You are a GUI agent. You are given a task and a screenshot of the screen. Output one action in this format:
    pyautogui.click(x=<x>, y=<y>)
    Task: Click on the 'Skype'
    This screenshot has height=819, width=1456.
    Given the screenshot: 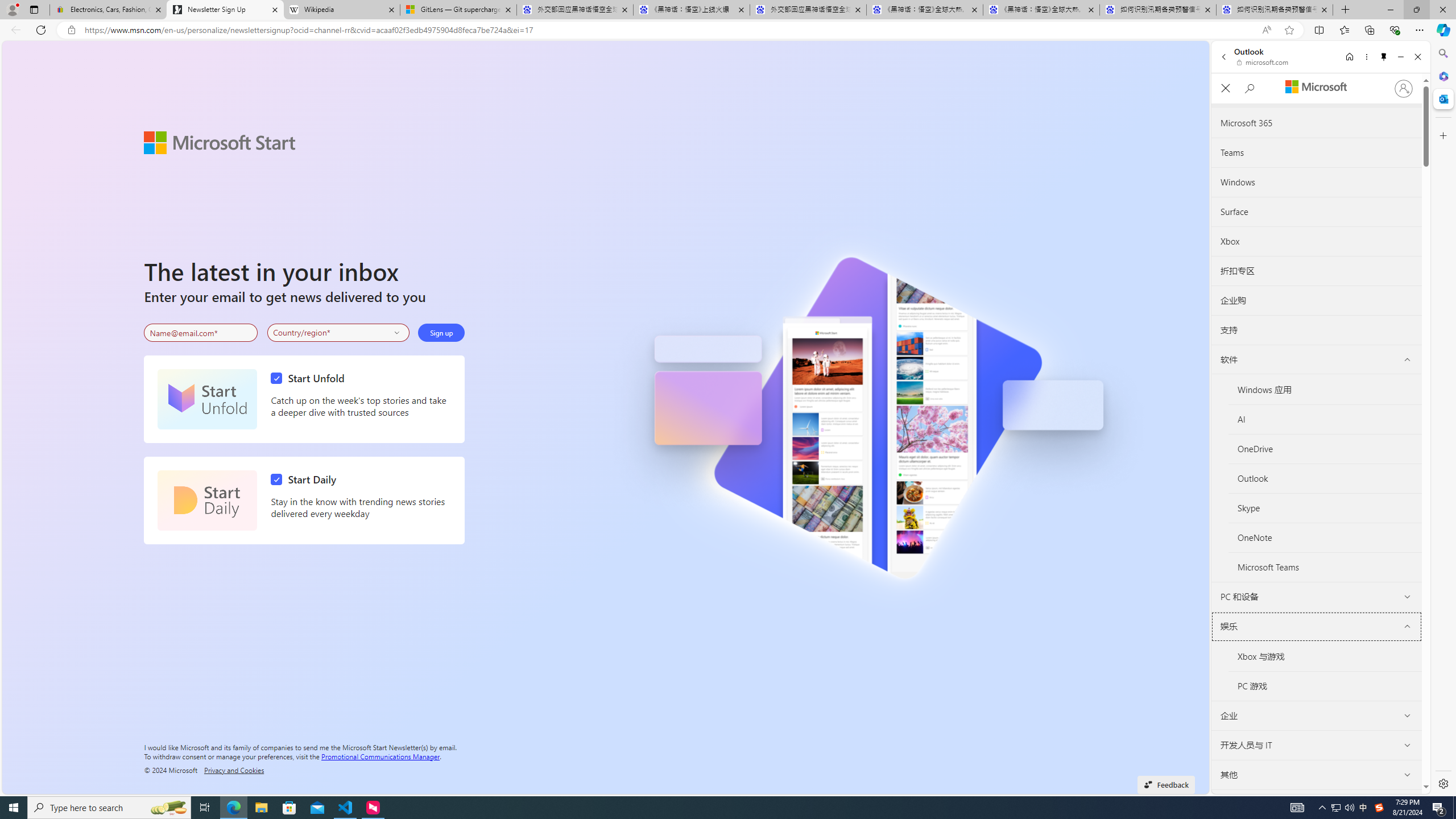 What is the action you would take?
    pyautogui.click(x=1324, y=507)
    